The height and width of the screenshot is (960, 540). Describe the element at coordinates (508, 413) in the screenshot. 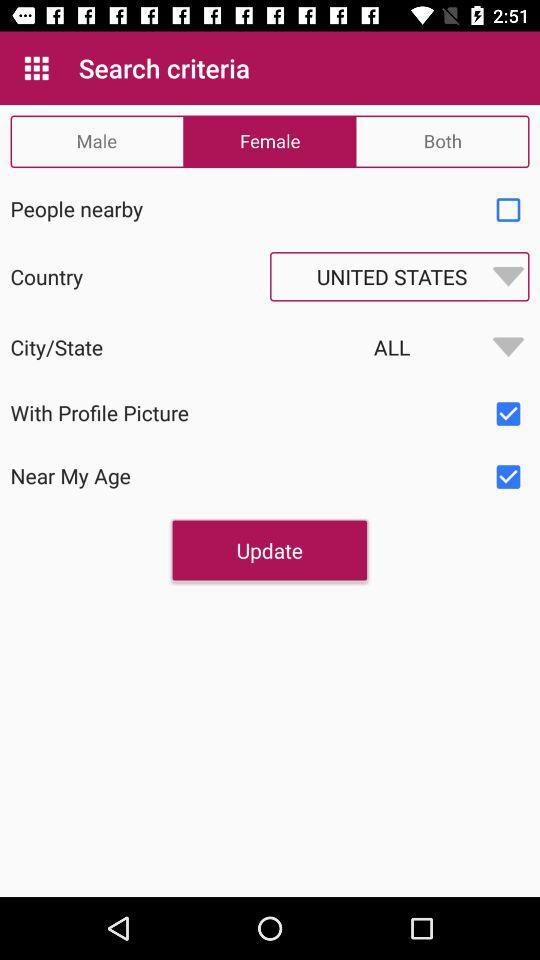

I see `search option with profile picture` at that location.